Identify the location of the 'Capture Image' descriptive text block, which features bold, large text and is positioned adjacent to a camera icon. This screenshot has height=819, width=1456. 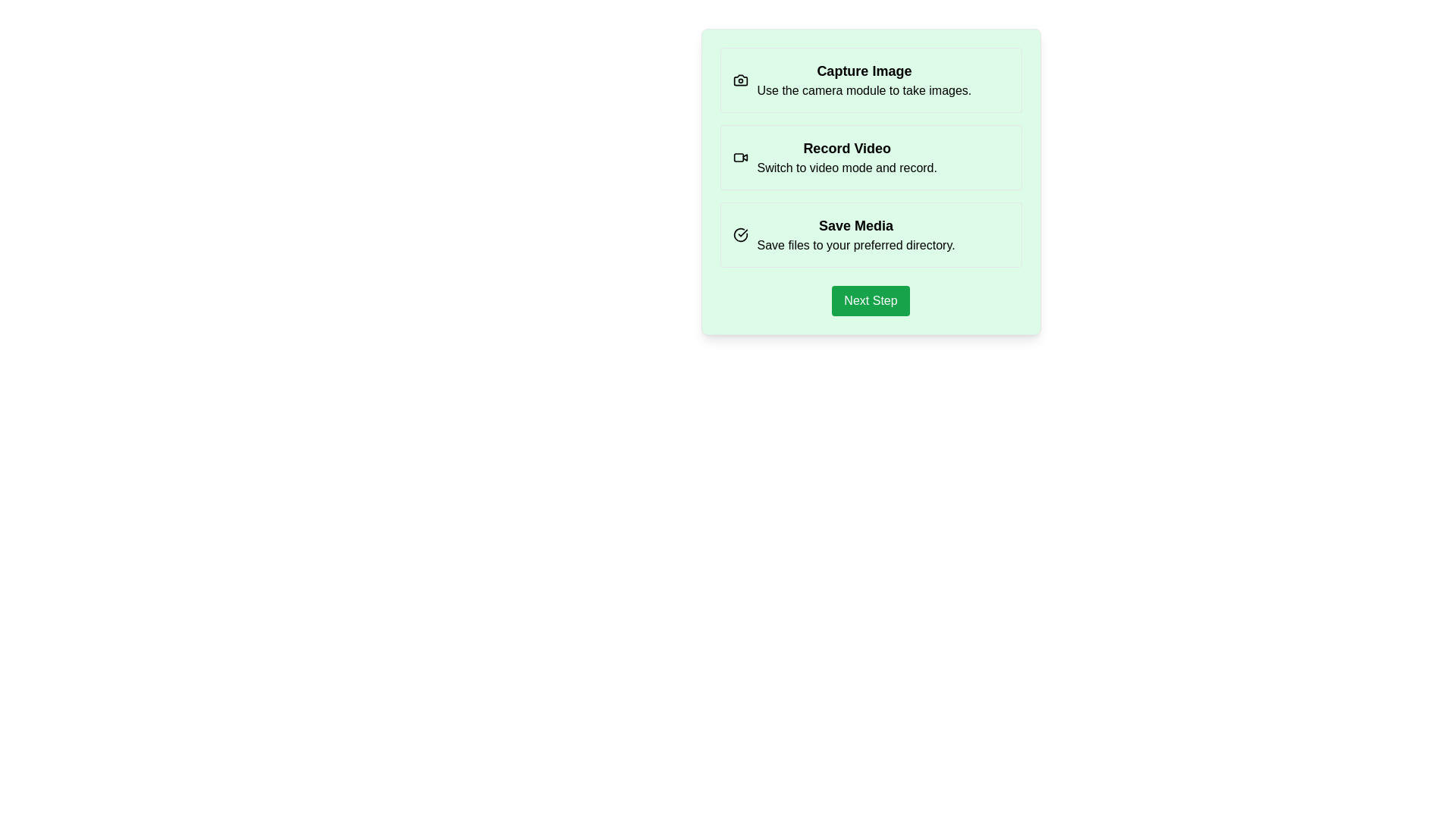
(864, 80).